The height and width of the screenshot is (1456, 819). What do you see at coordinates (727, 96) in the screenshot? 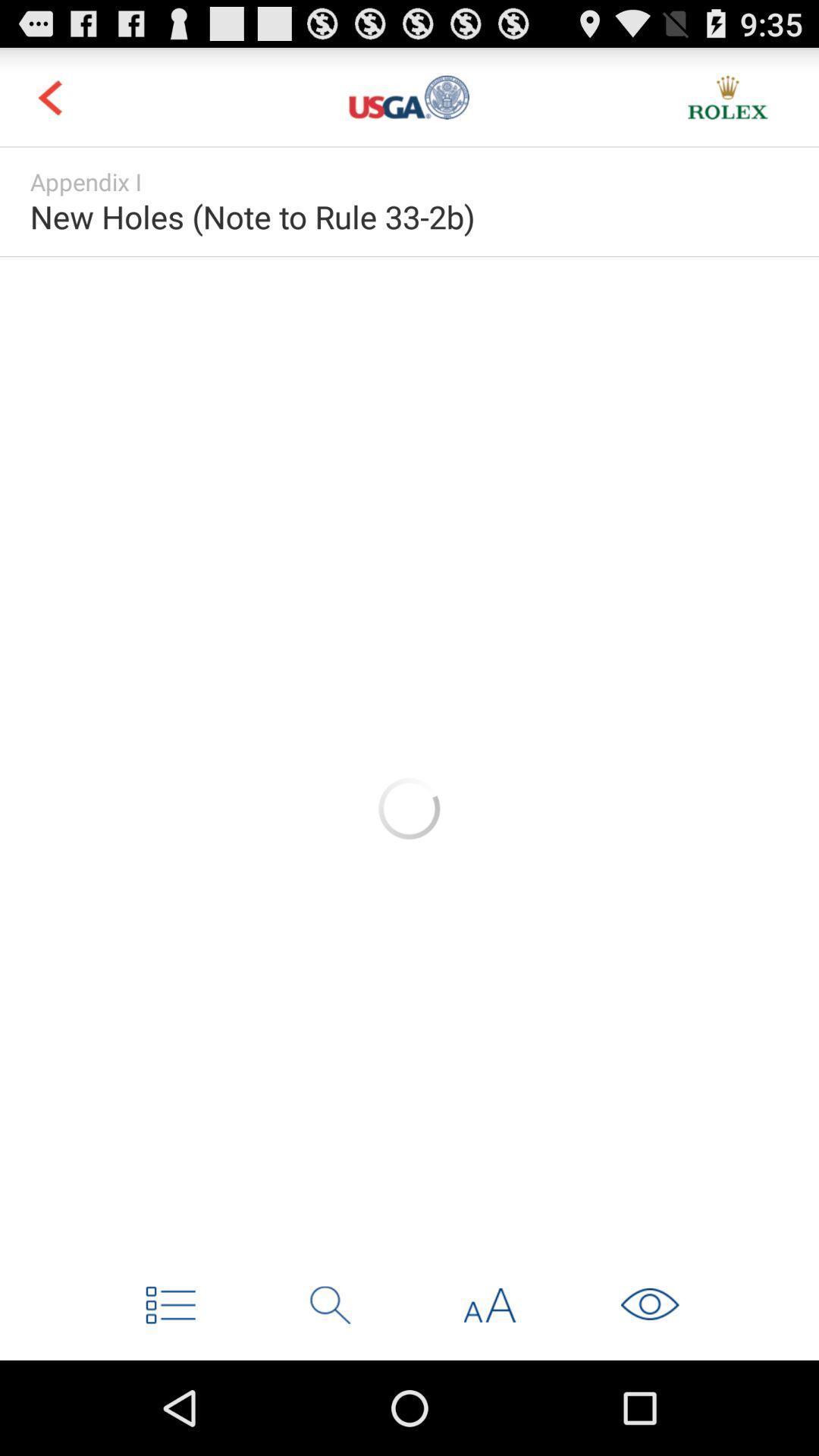
I see `advertisement for rolex` at bounding box center [727, 96].